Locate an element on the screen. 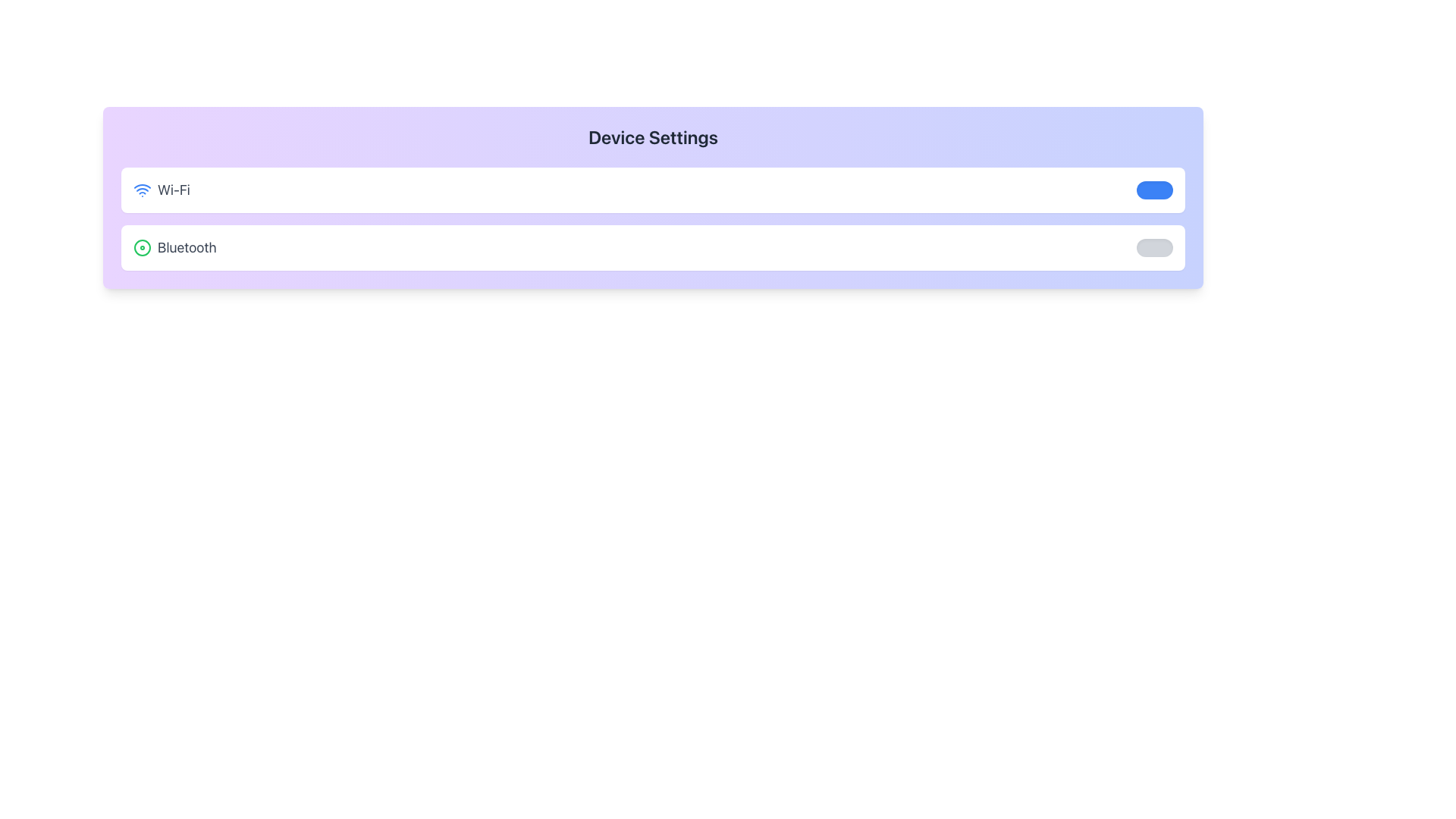 This screenshot has height=819, width=1456. the 'Wi-Fi' text label, which is styled in gray with a large, bold font and located to the right of the wireless connectivity icon in the upper section of the interface is located at coordinates (174, 189).